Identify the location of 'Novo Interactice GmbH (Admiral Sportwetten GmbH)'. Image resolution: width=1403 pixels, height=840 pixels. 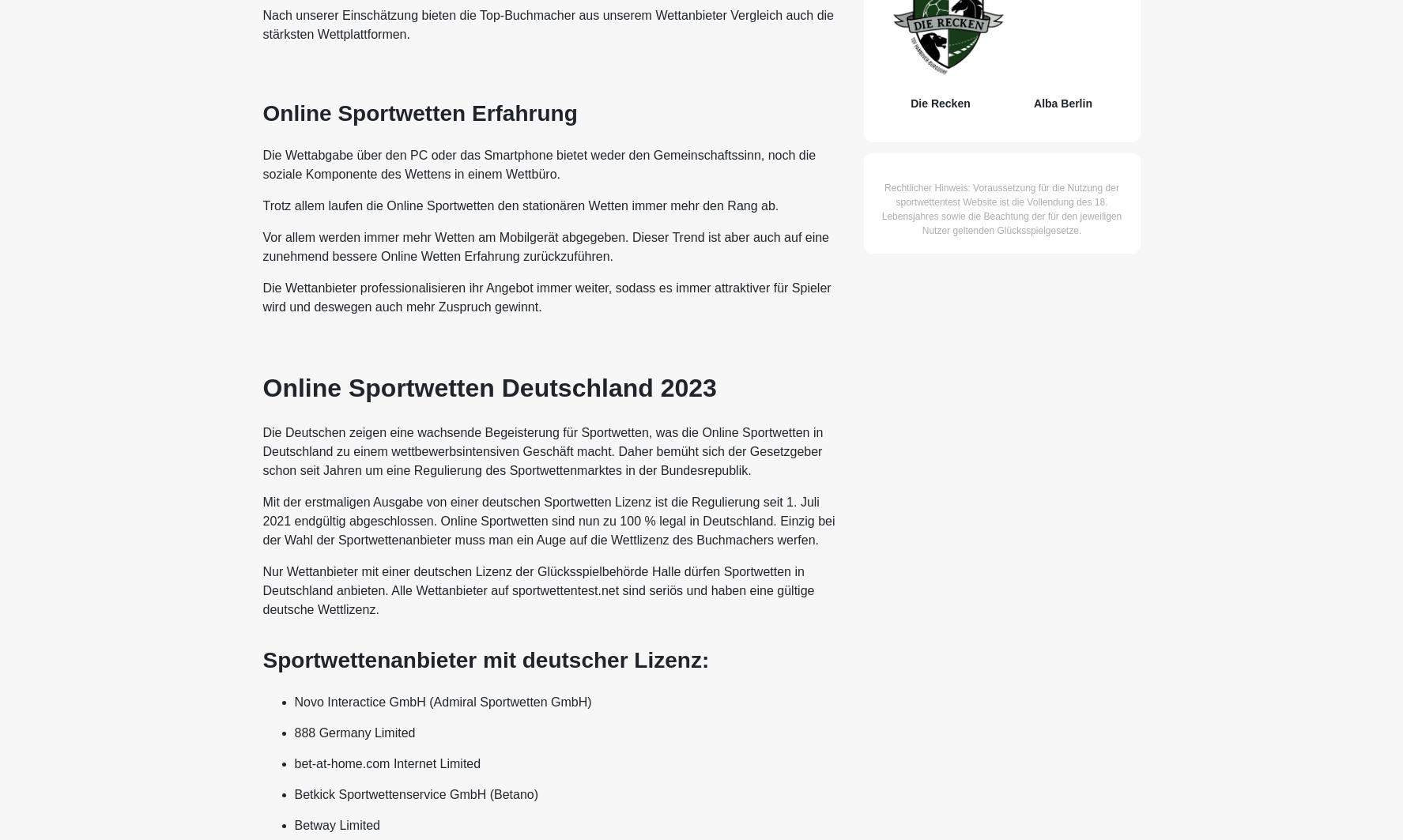
(442, 701).